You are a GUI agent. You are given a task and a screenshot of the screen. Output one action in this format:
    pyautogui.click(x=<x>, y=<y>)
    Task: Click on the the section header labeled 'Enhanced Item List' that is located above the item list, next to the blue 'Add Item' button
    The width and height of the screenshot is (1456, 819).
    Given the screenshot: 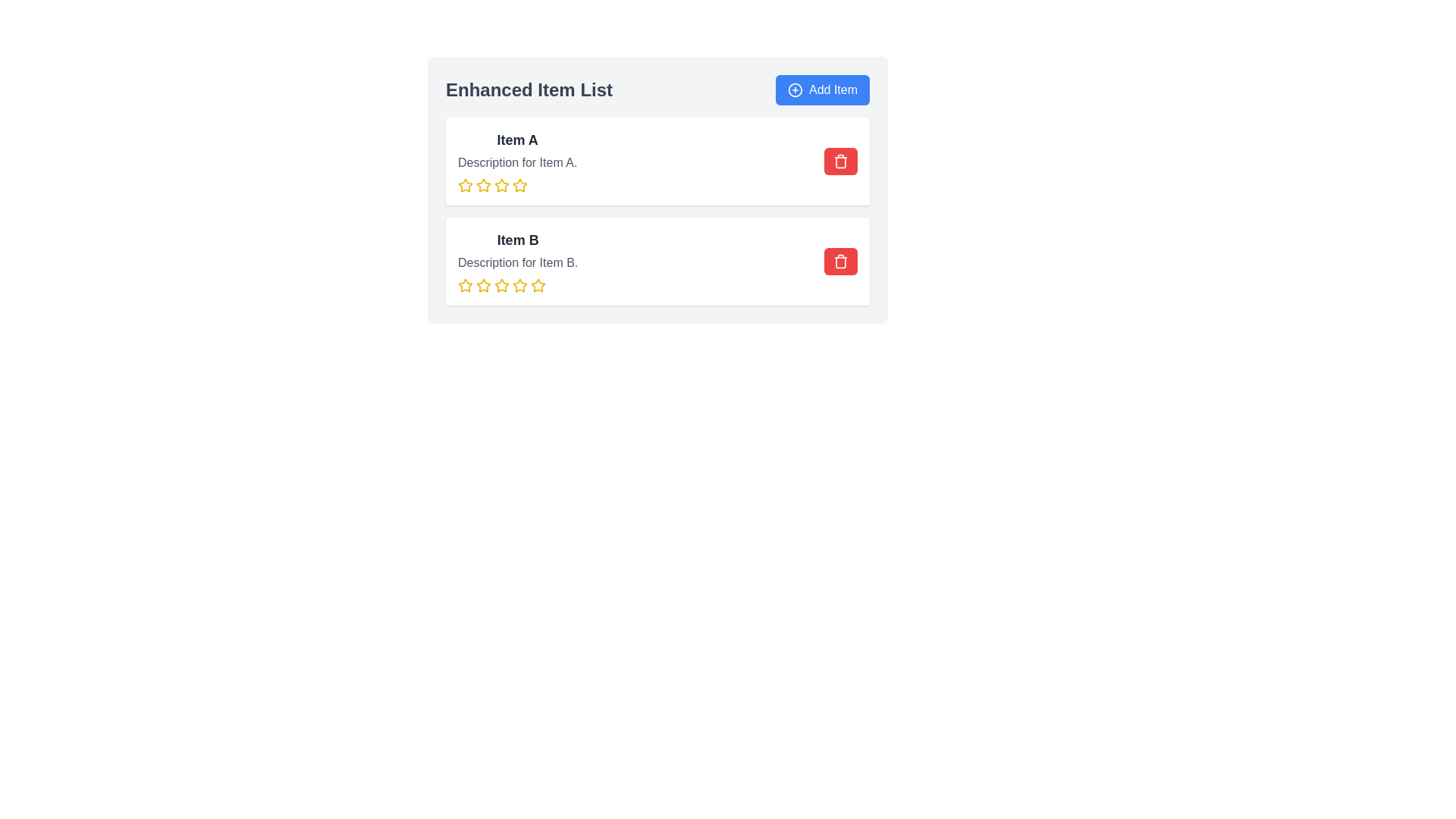 What is the action you would take?
    pyautogui.click(x=657, y=90)
    